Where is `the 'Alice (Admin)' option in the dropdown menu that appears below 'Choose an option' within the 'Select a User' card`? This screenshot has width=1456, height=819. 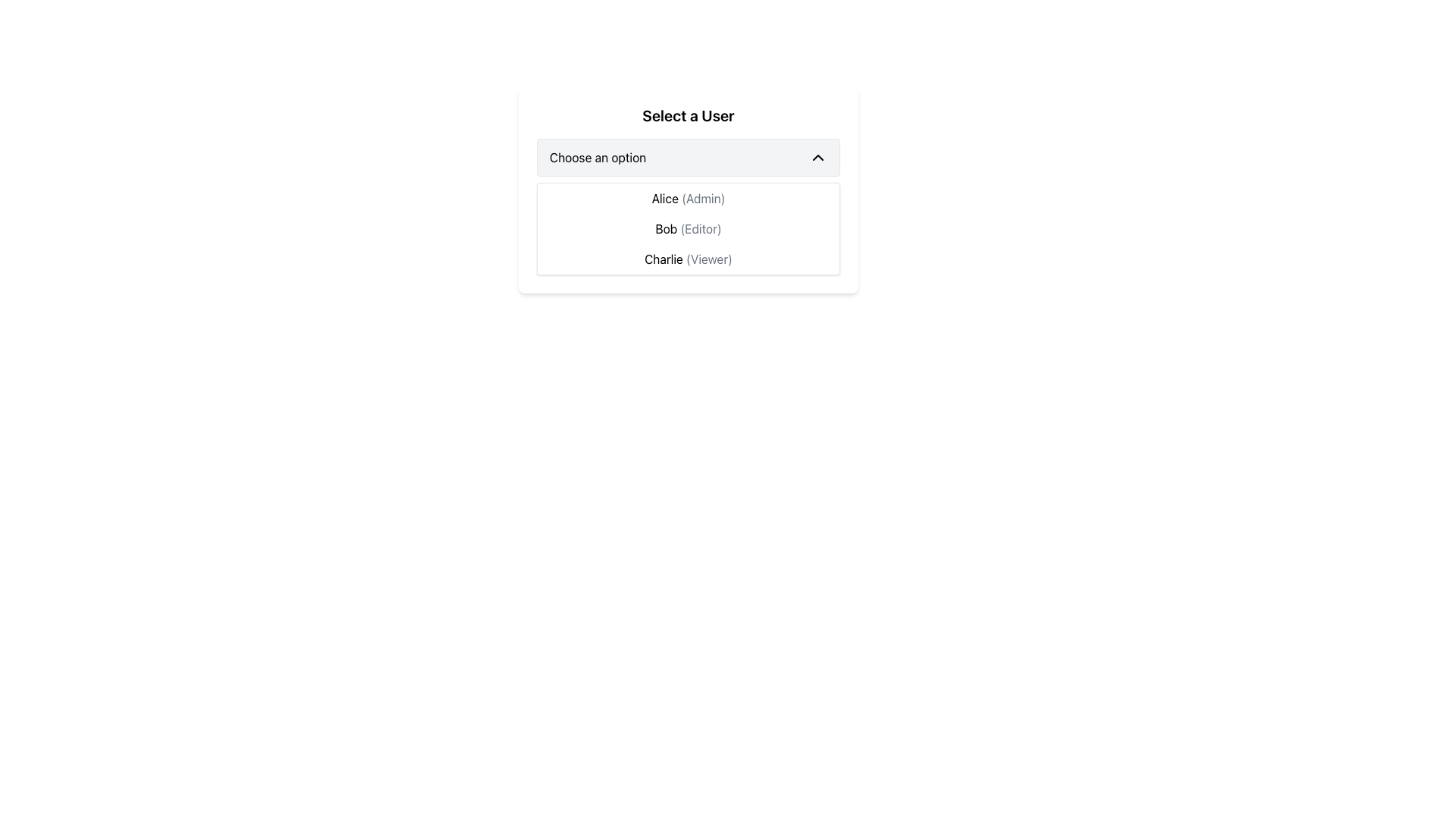 the 'Alice (Admin)' option in the dropdown menu that appears below 'Choose an option' within the 'Select a User' card is located at coordinates (687, 189).